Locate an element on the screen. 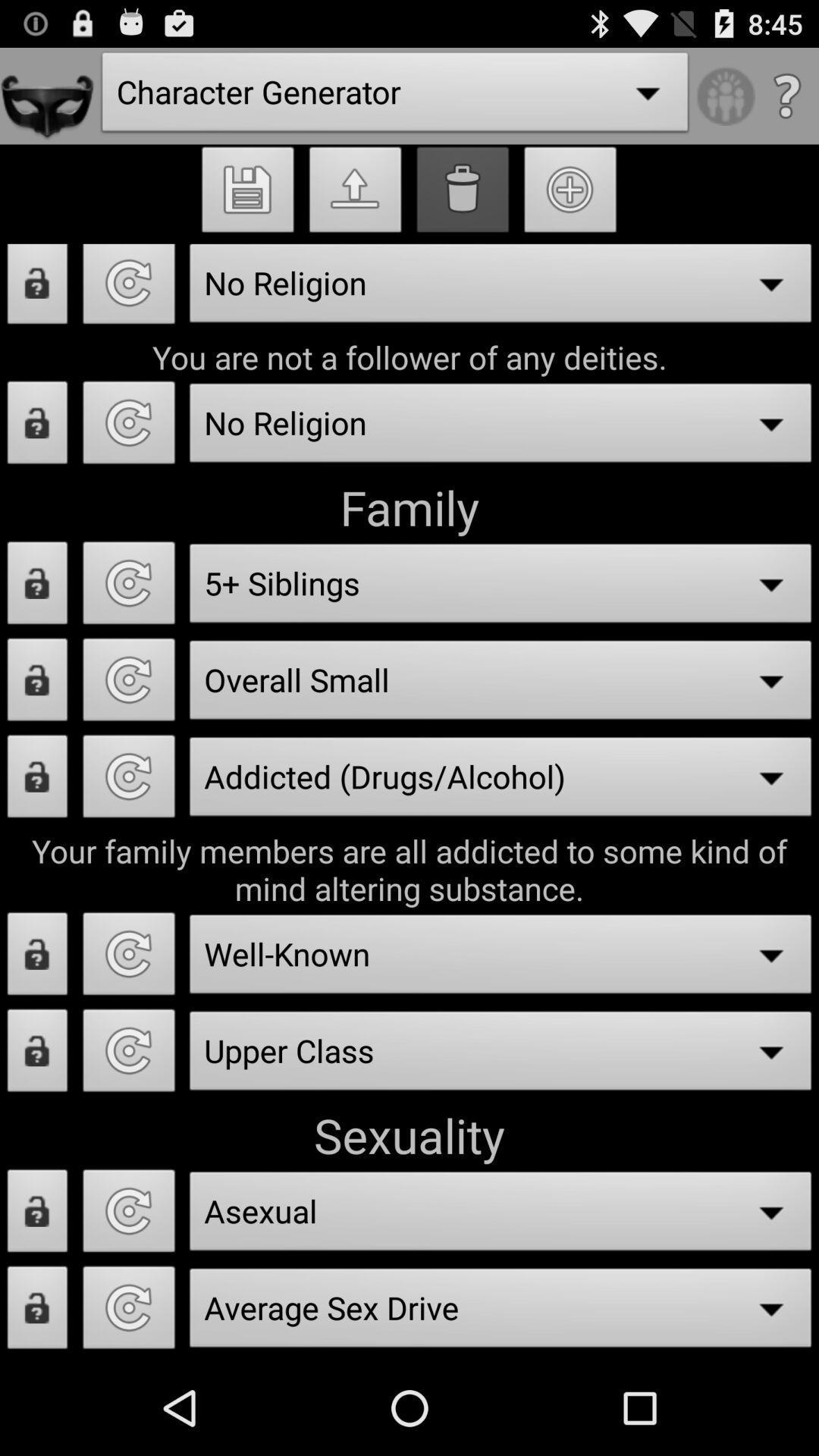 This screenshot has width=819, height=1456. lock is located at coordinates (36, 290).